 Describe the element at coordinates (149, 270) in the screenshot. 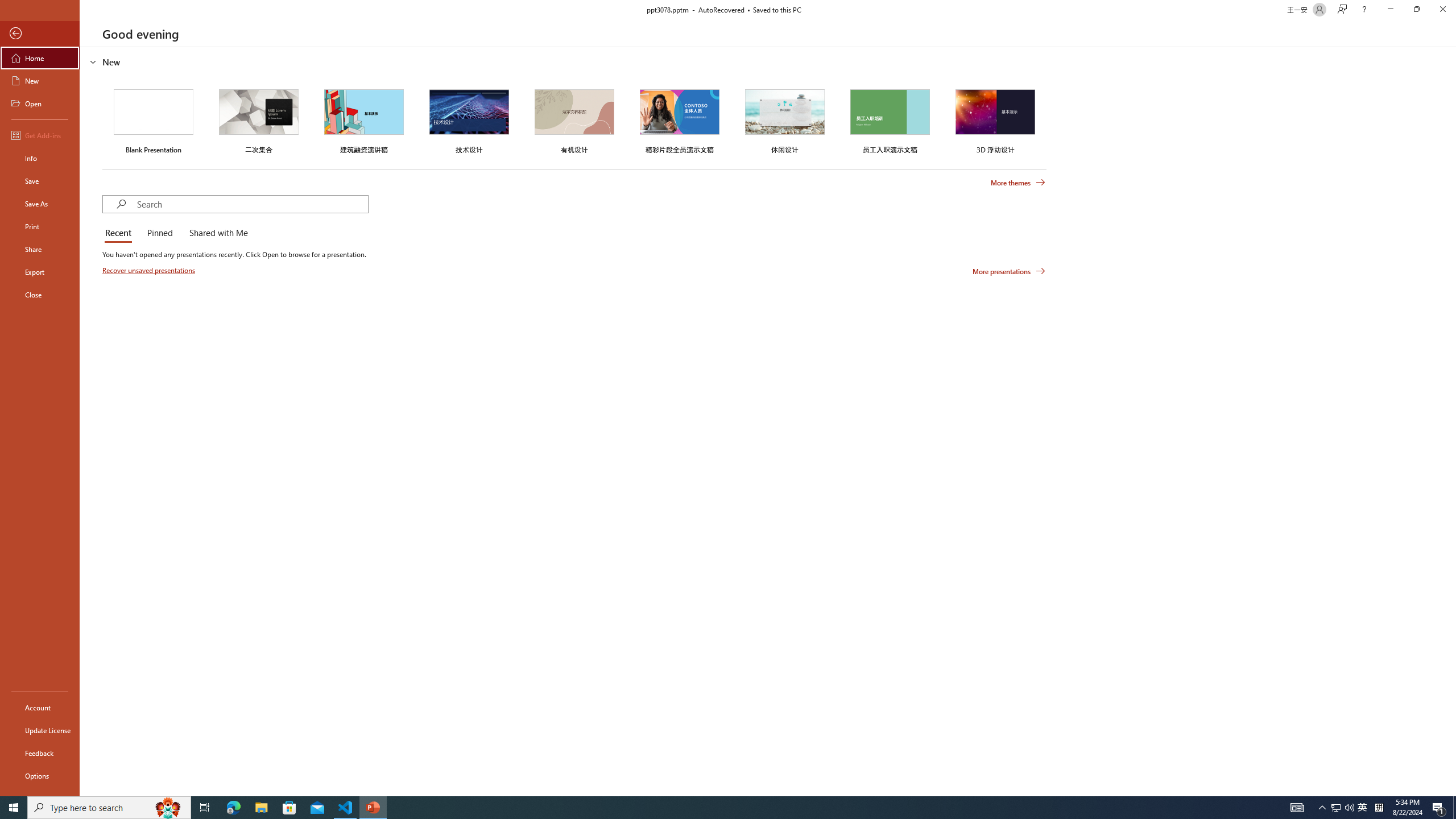

I see `'Recover unsaved presentations'` at that location.